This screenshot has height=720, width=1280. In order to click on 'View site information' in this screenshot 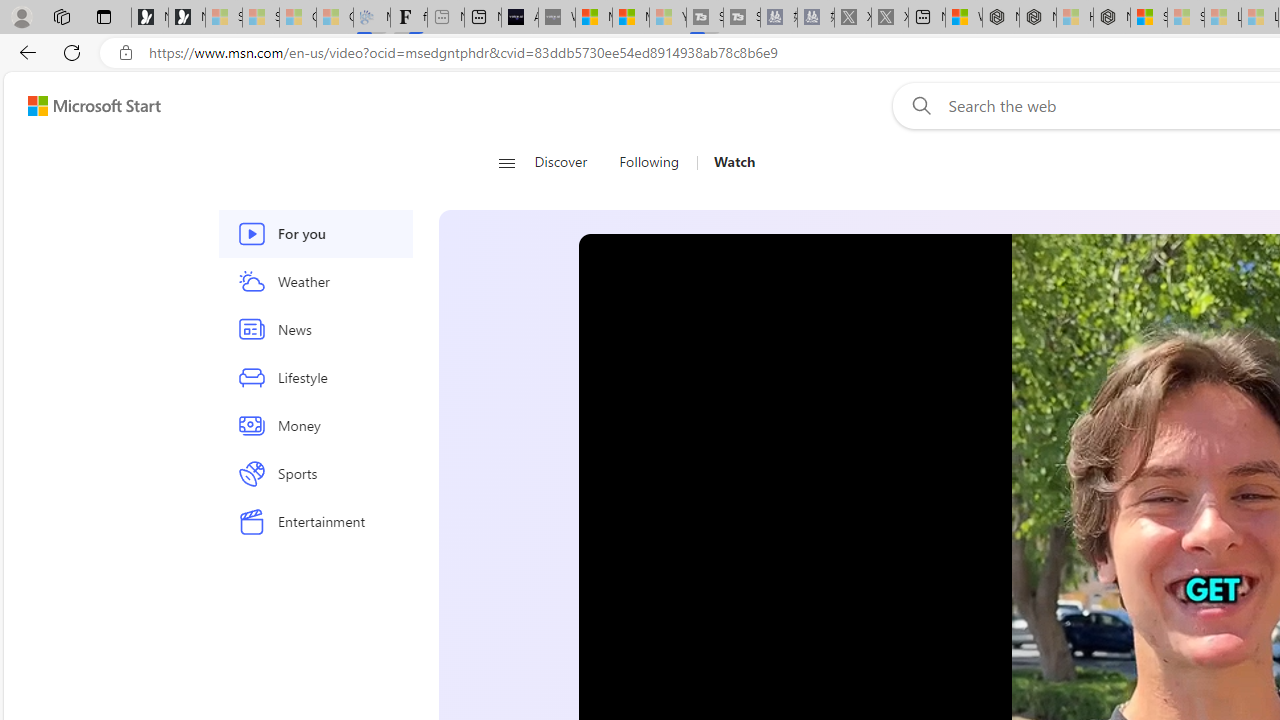, I will do `click(125, 52)`.